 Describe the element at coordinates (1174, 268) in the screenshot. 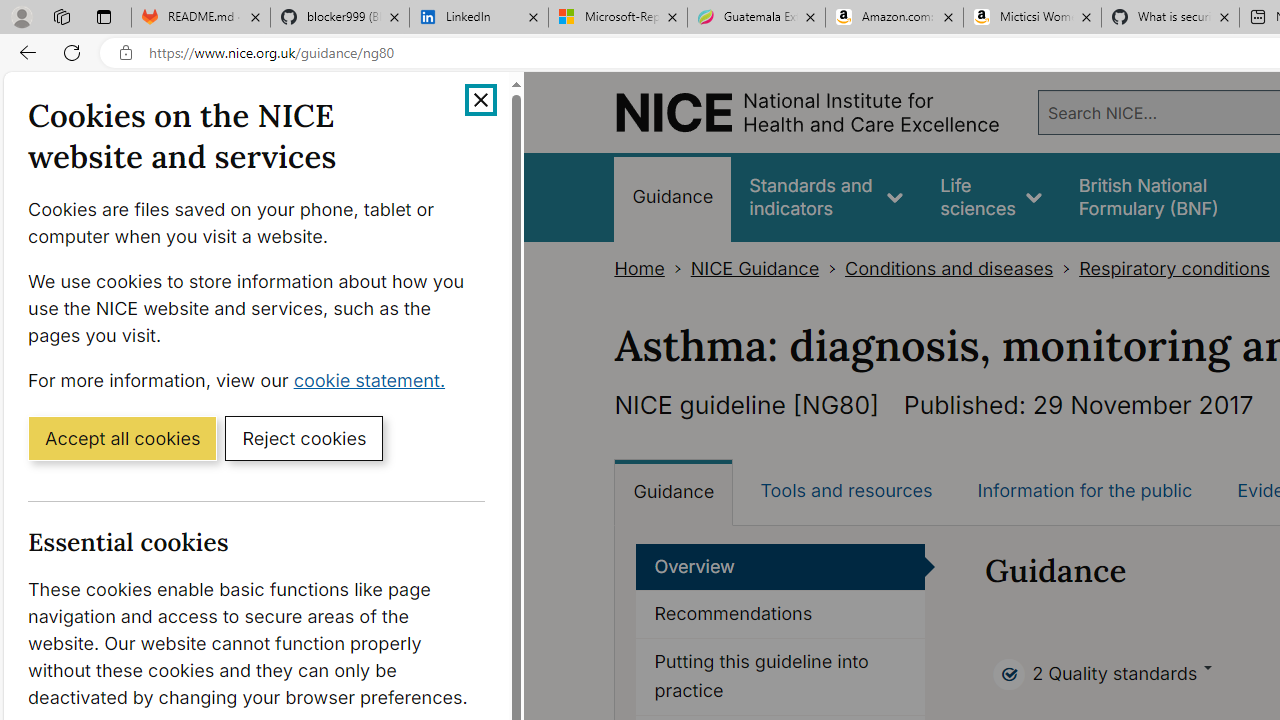

I see `'Respiratory conditions'` at that location.